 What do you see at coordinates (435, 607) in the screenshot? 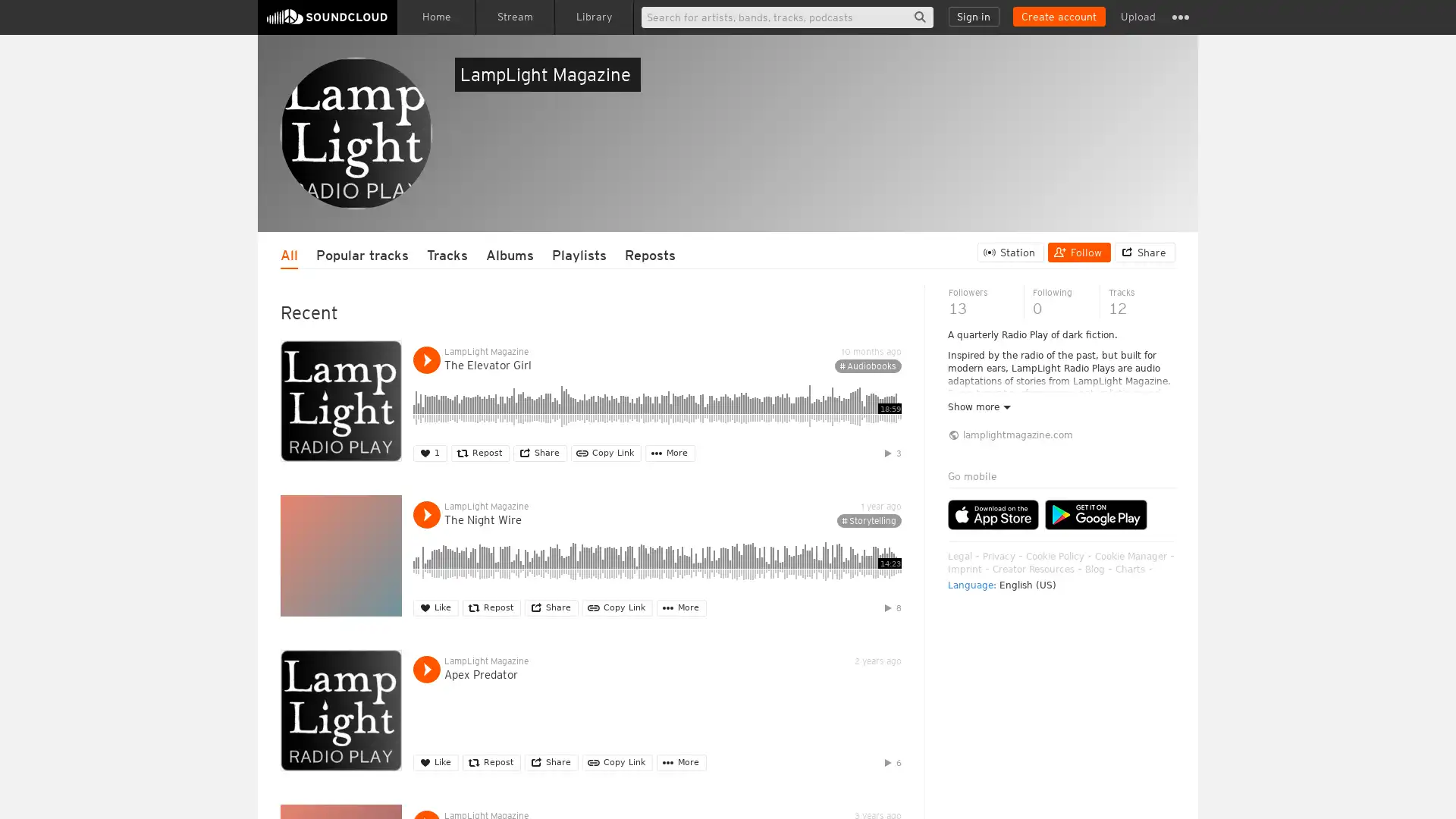
I see `Like` at bounding box center [435, 607].